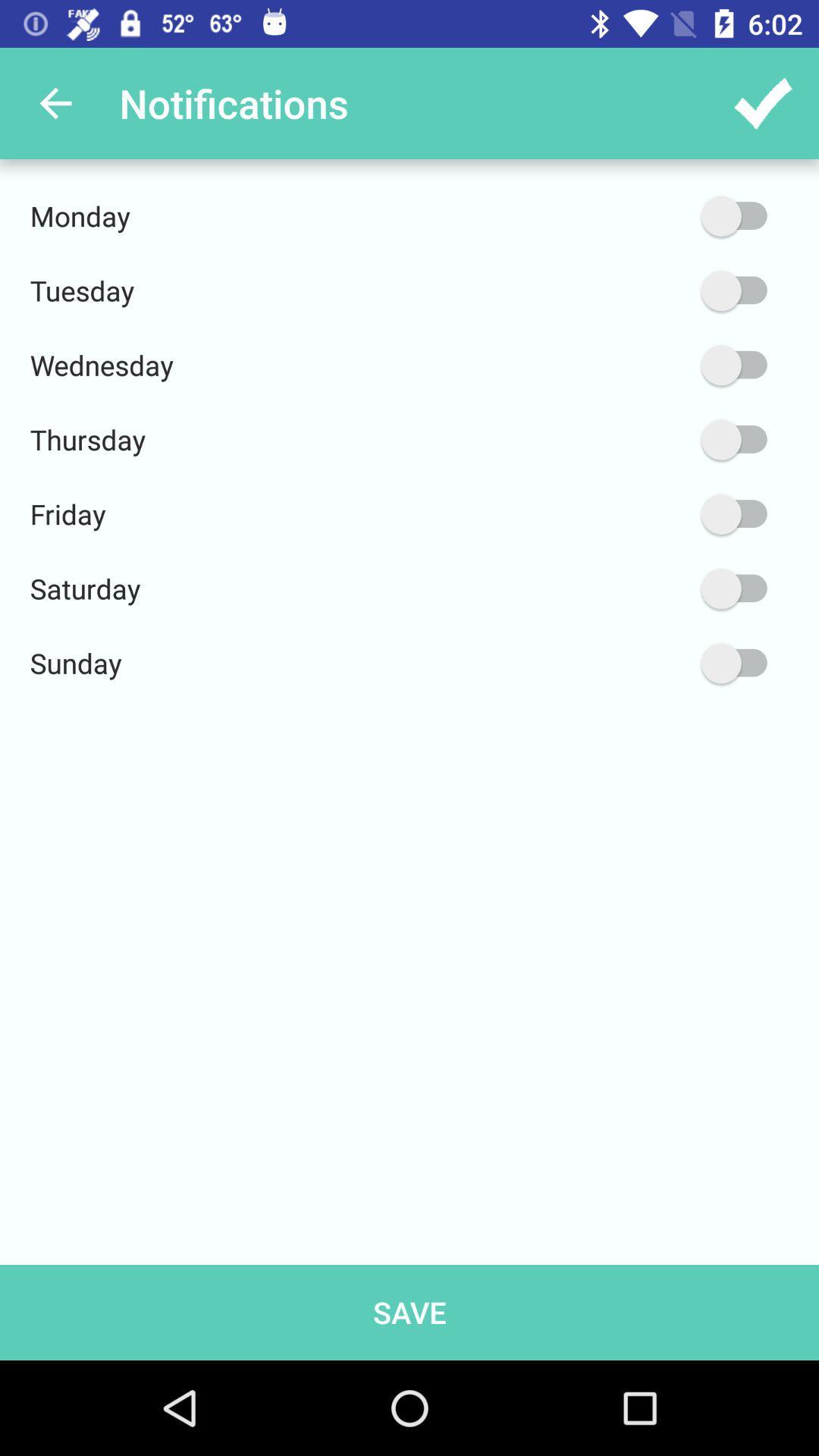 The width and height of the screenshot is (819, 1456). I want to click on activate wednesday, so click(661, 365).